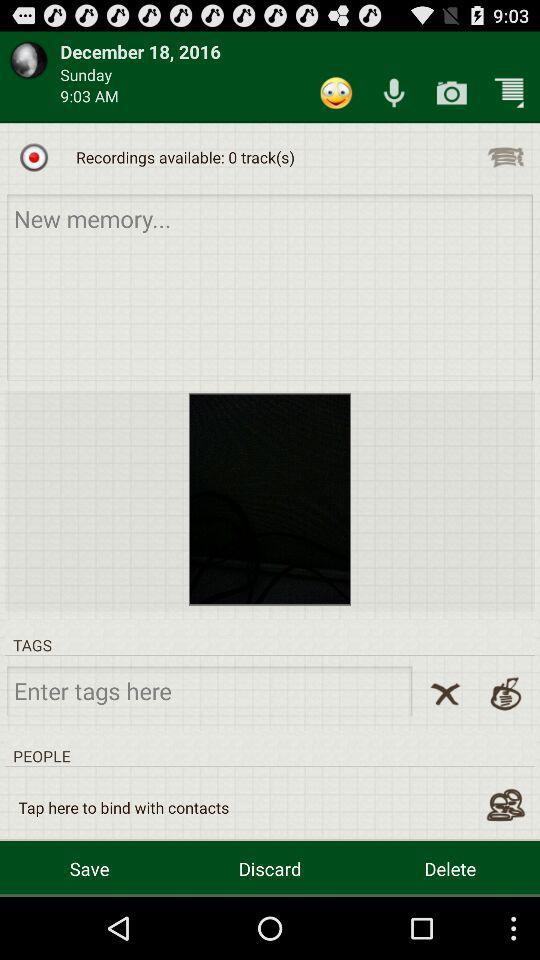  Describe the element at coordinates (504, 805) in the screenshot. I see `open list of contacts` at that location.